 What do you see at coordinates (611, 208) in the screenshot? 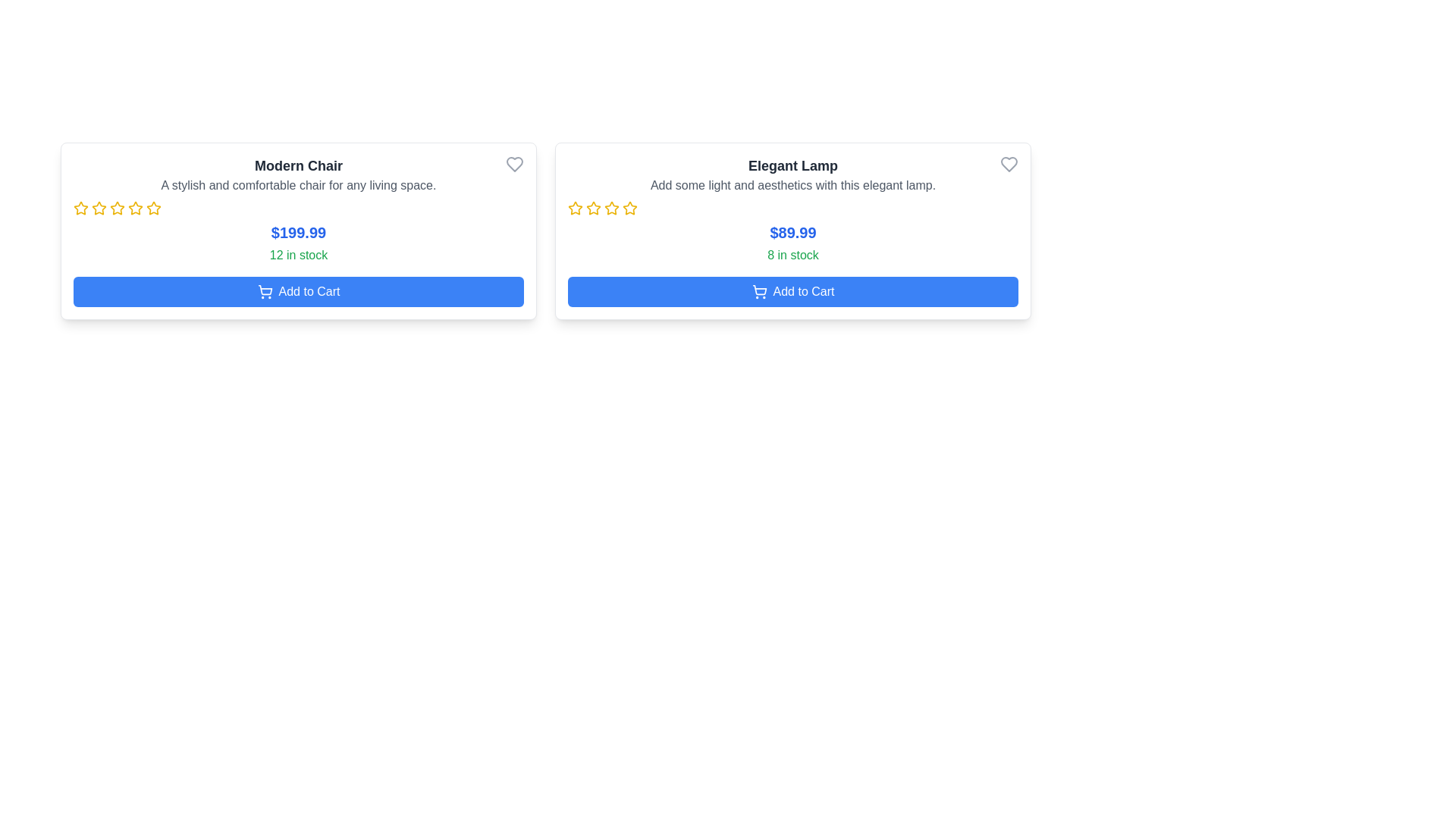
I see `the fourth star in the rating system on the Elegant Lamp product card to signify a rating level` at bounding box center [611, 208].